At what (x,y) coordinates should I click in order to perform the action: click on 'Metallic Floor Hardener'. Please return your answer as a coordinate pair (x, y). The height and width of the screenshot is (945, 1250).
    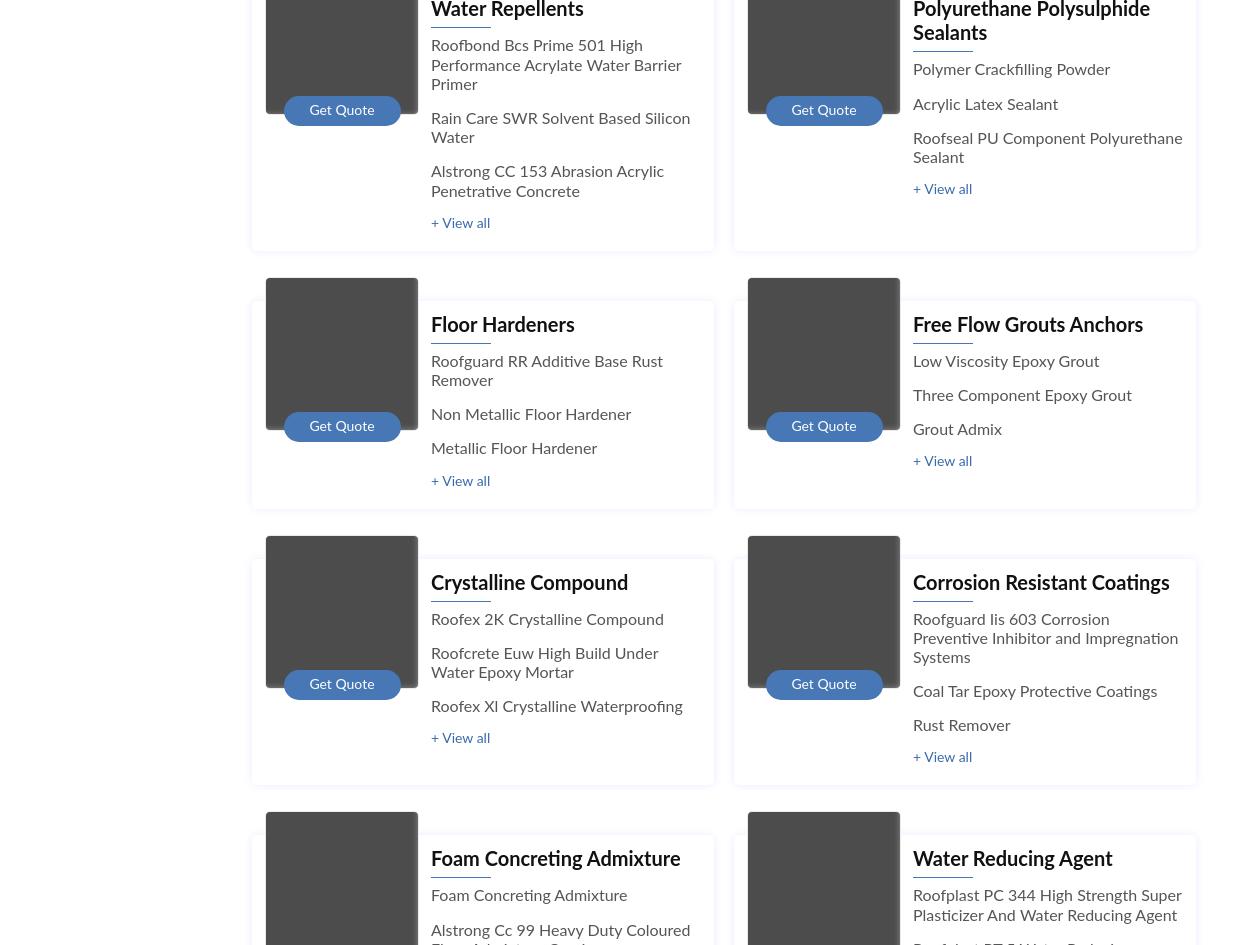
    Looking at the image, I should click on (514, 448).